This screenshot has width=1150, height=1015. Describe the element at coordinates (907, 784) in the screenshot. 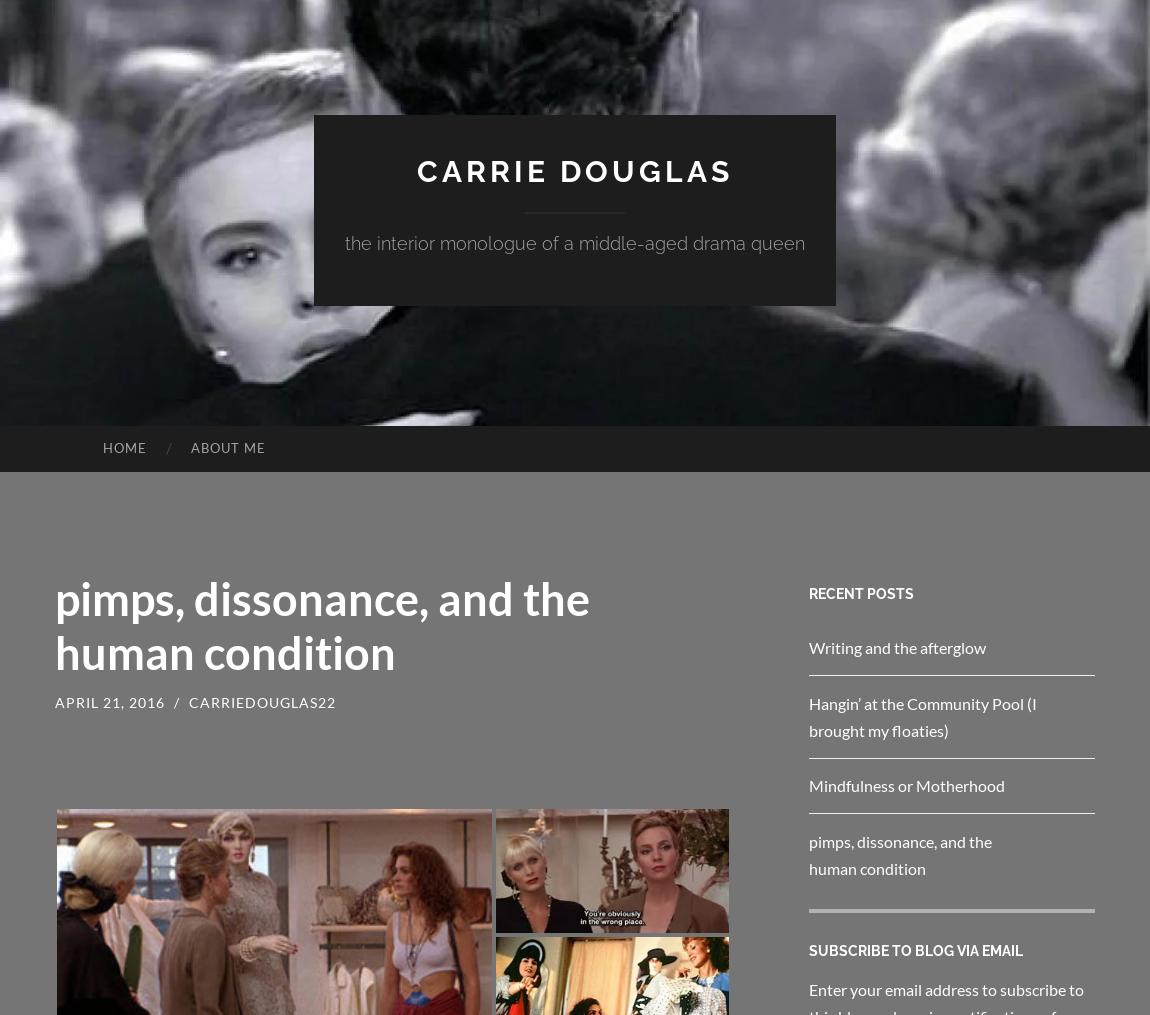

I see `'Mindfulness or Motherhood'` at that location.